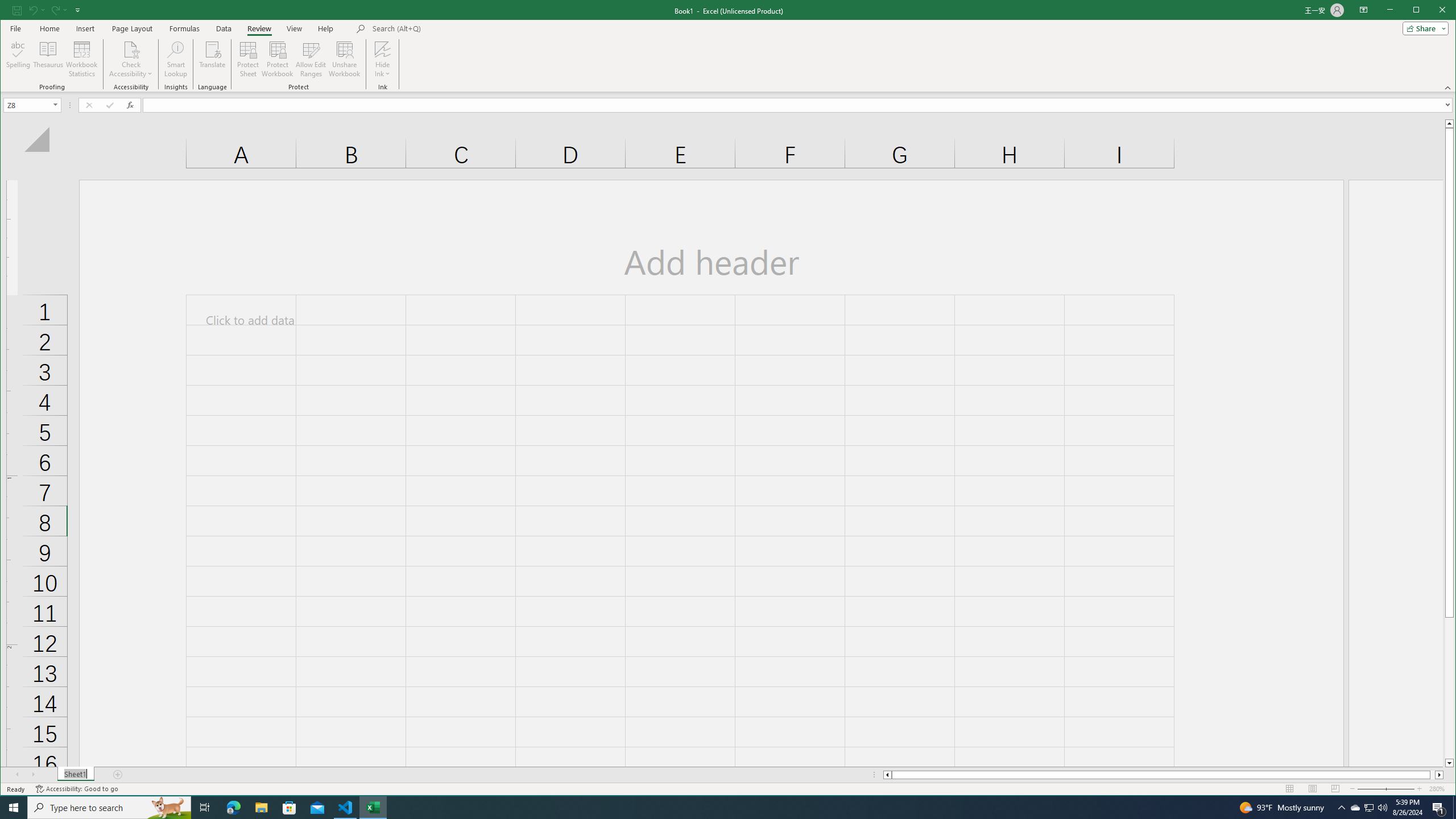  I want to click on 'Page Break Preview', so click(1335, 788).